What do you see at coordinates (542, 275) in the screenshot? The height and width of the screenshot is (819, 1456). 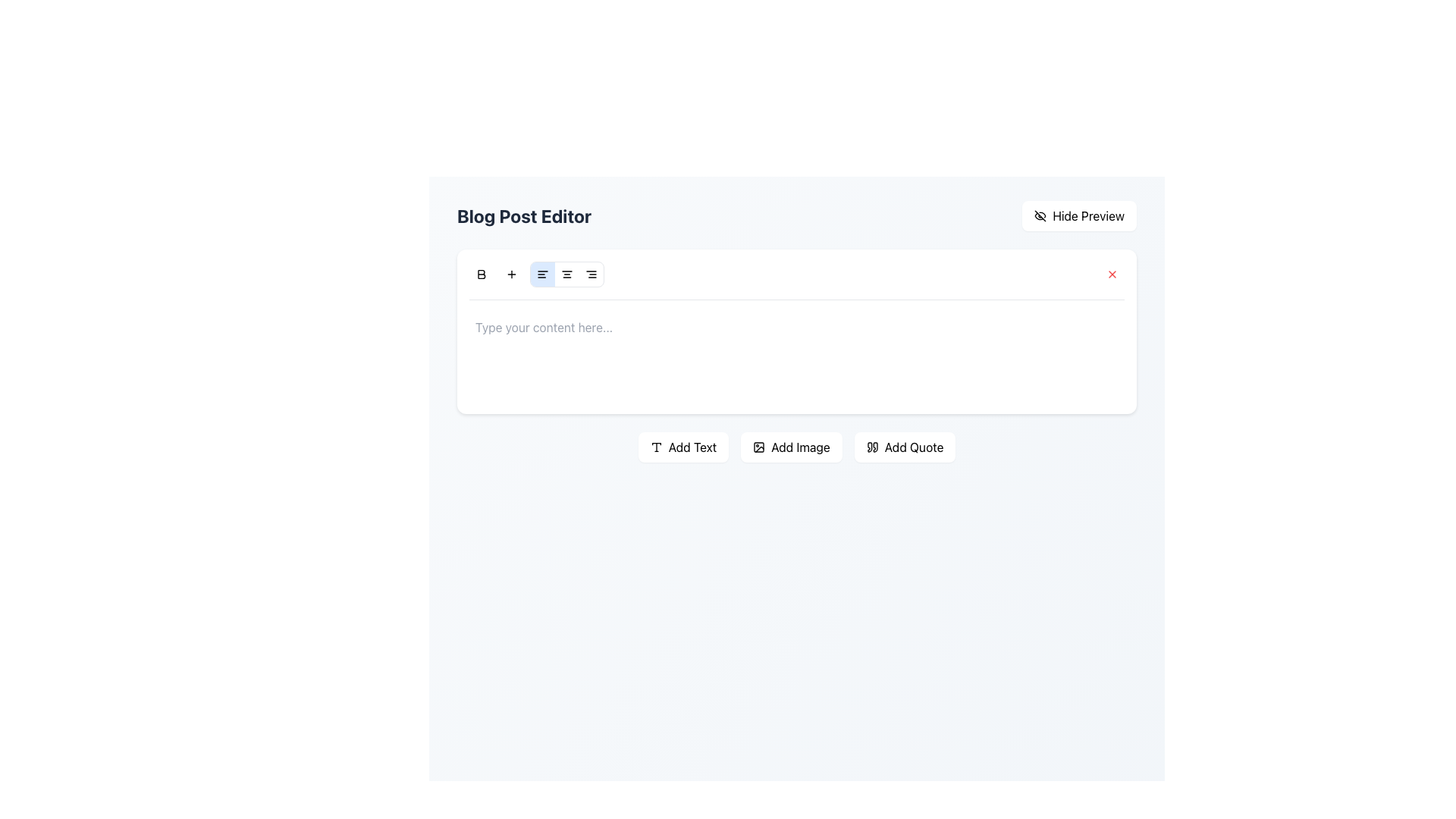 I see `the left-align formatting icon, which is the third icon from the left in the horizontal toolbar above the text input area, to apply left alignment` at bounding box center [542, 275].